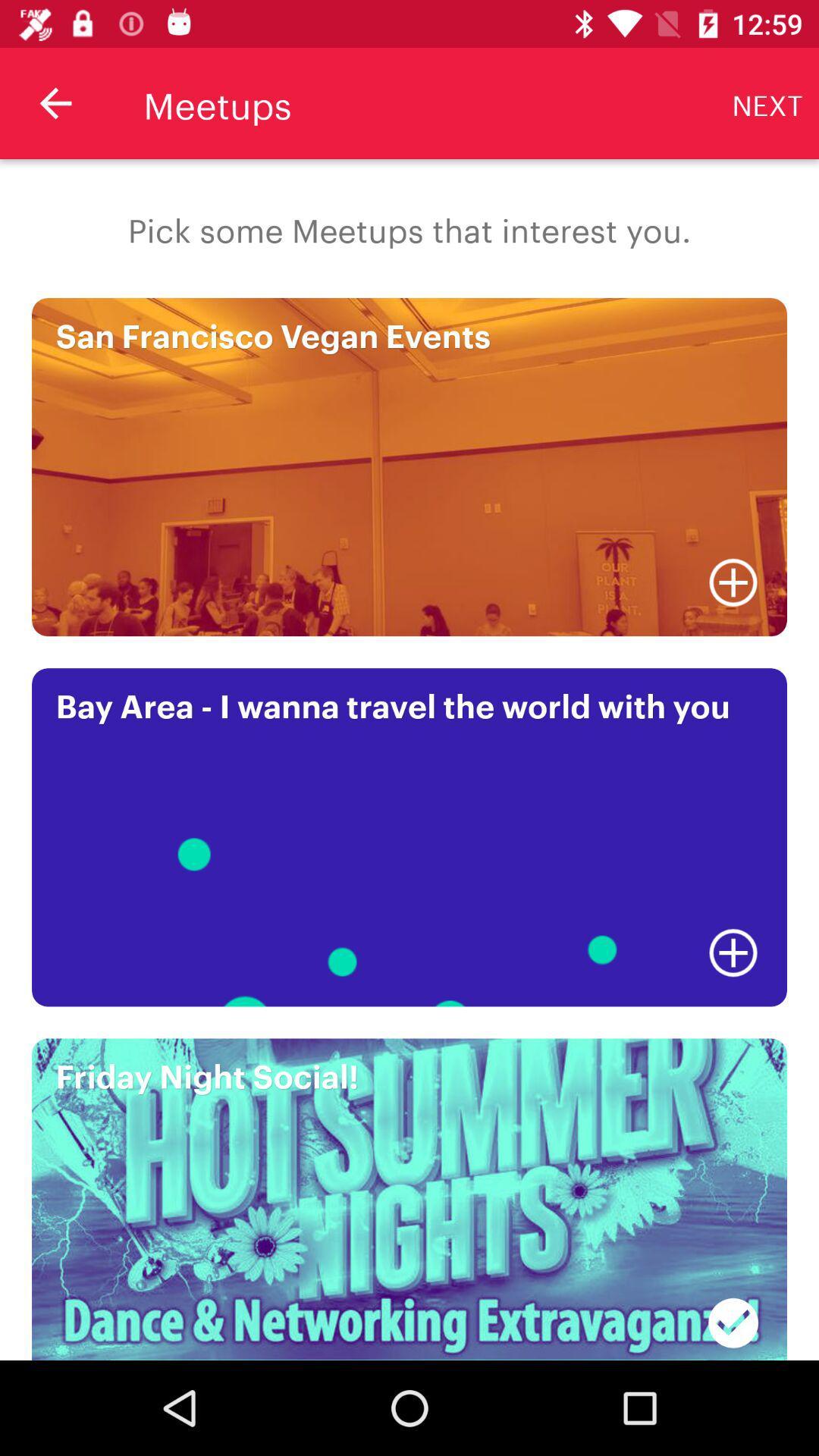  Describe the element at coordinates (733, 952) in the screenshot. I see `enlarges an event description` at that location.